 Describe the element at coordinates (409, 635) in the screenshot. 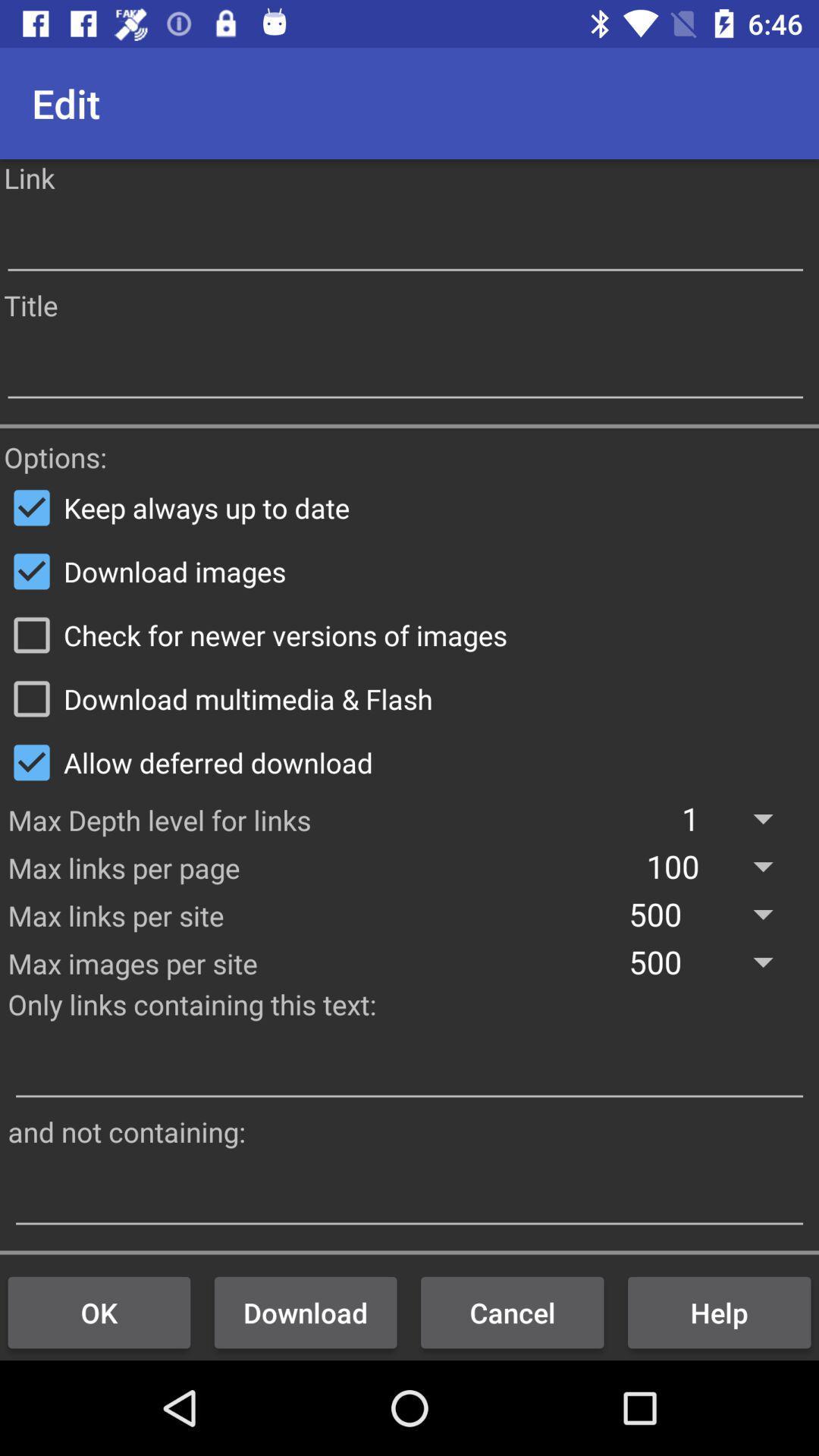

I see `the check for newer icon` at that location.